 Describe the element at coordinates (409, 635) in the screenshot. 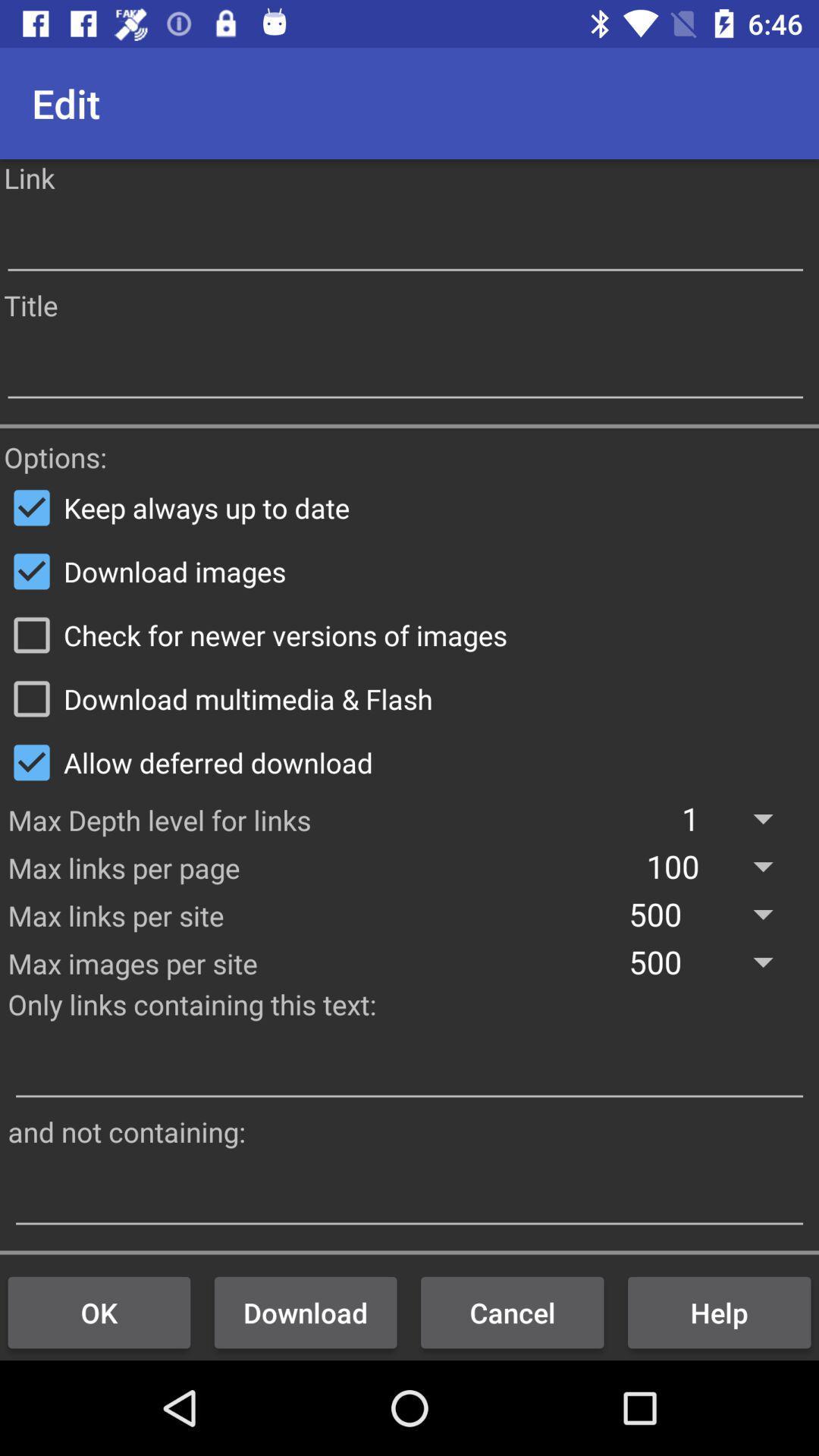

I see `the check for newer icon` at that location.